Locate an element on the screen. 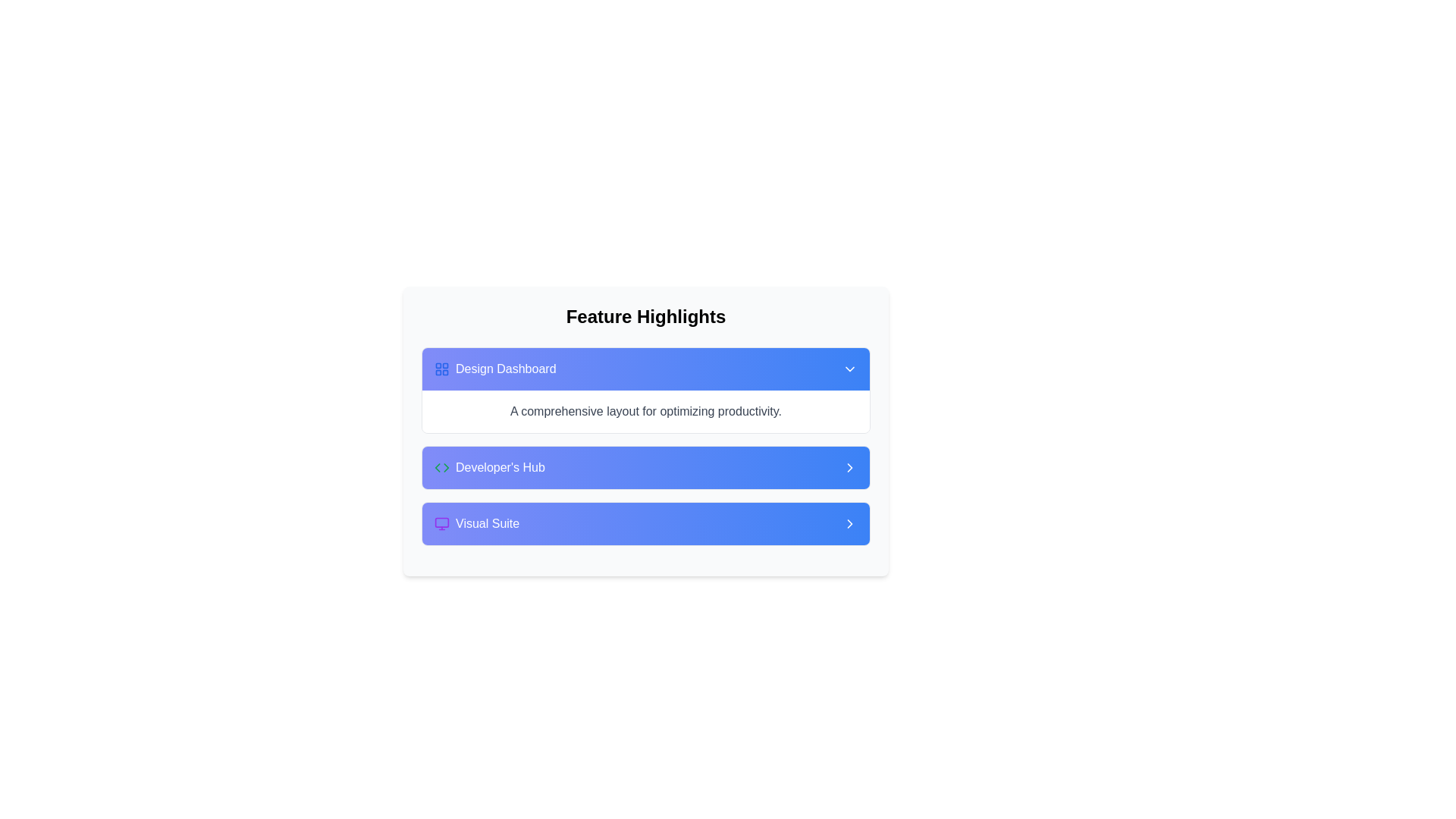 Image resolution: width=1456 pixels, height=819 pixels. the small, downward-pointing chevron icon in the header bar of the 'Design Dashboard' section is located at coordinates (850, 369).